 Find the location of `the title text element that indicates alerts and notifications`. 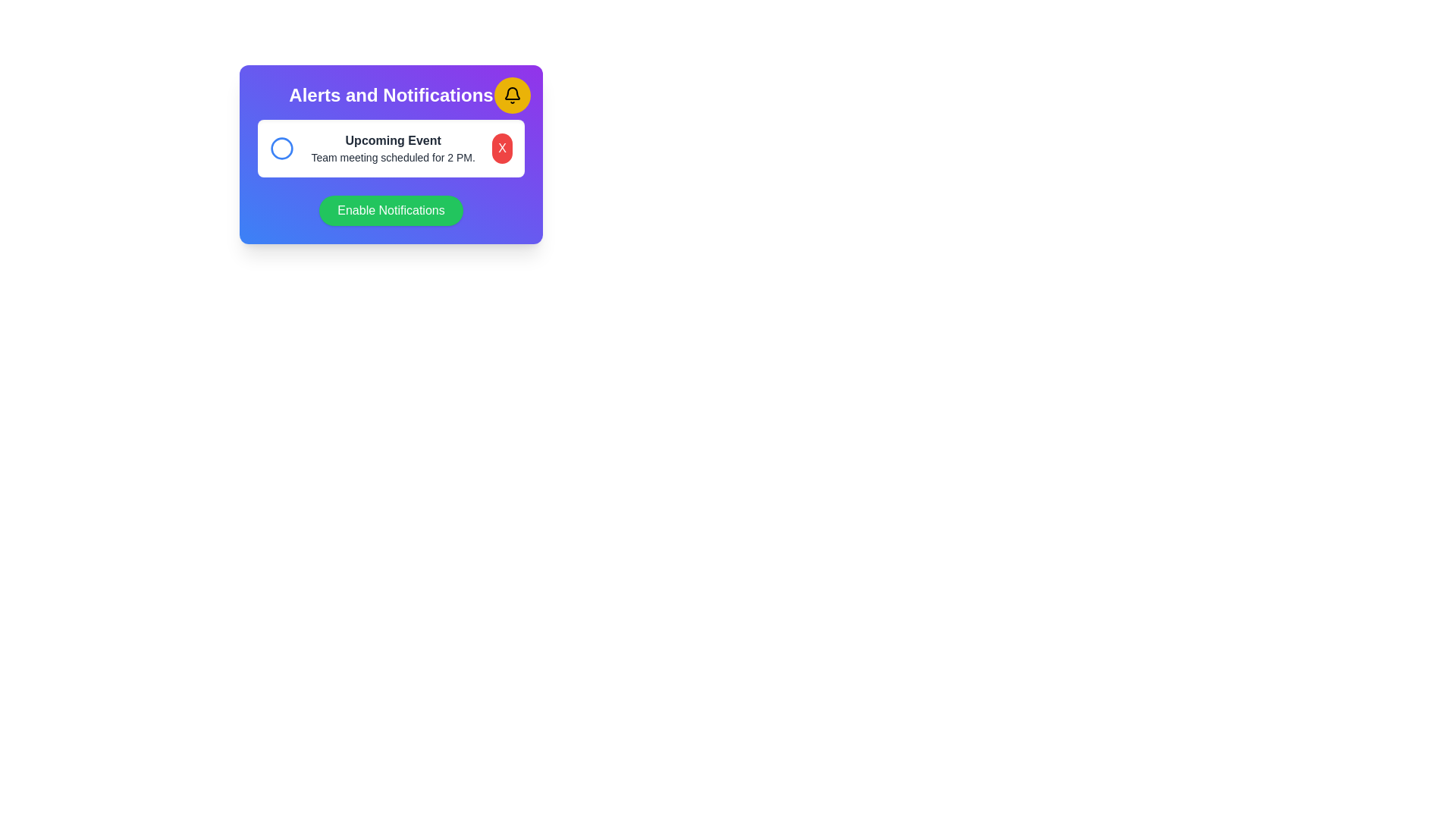

the title text element that indicates alerts and notifications is located at coordinates (391, 96).